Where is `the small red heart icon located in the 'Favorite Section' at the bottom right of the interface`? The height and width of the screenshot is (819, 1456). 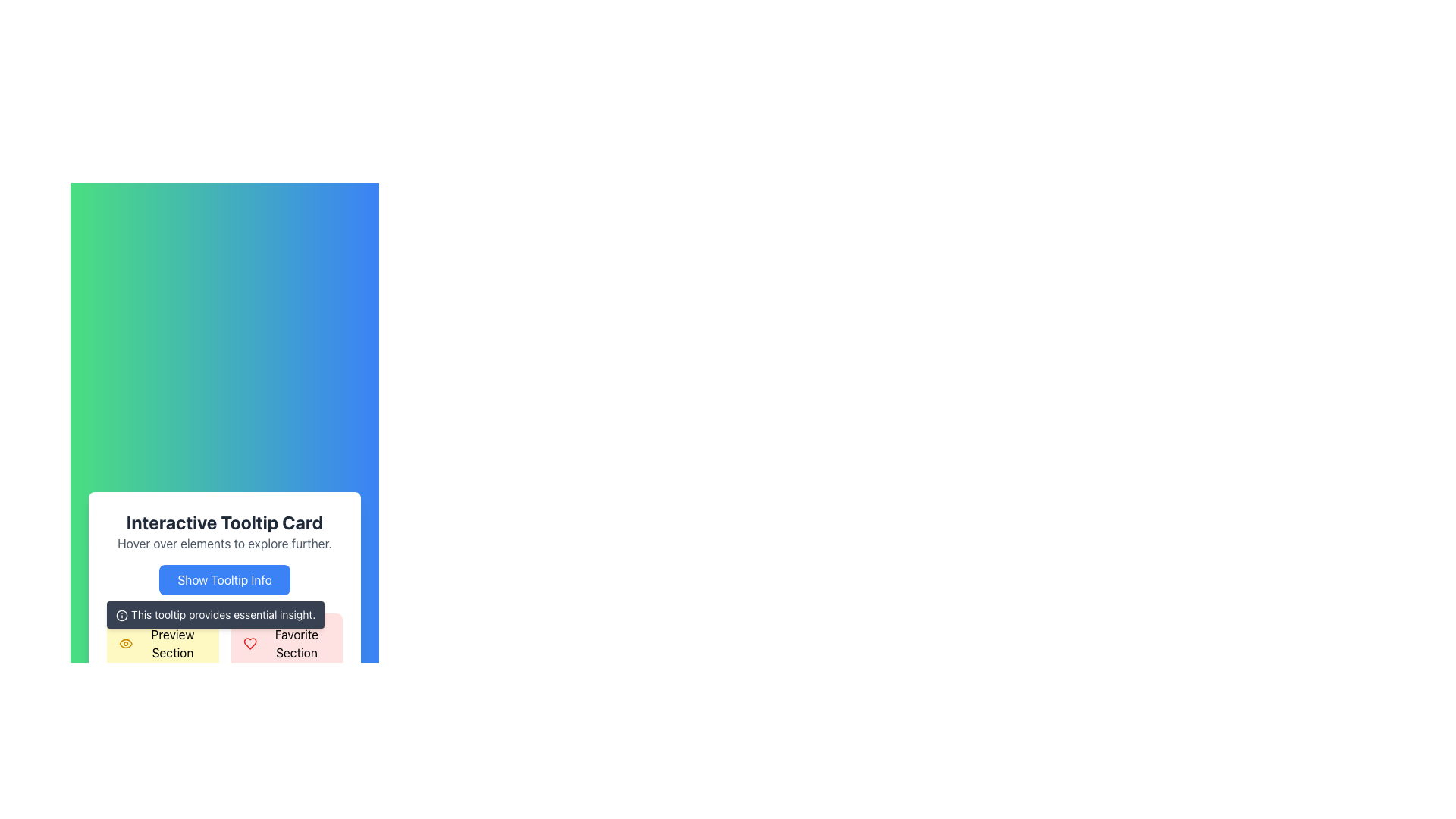 the small red heart icon located in the 'Favorite Section' at the bottom right of the interface is located at coordinates (249, 643).